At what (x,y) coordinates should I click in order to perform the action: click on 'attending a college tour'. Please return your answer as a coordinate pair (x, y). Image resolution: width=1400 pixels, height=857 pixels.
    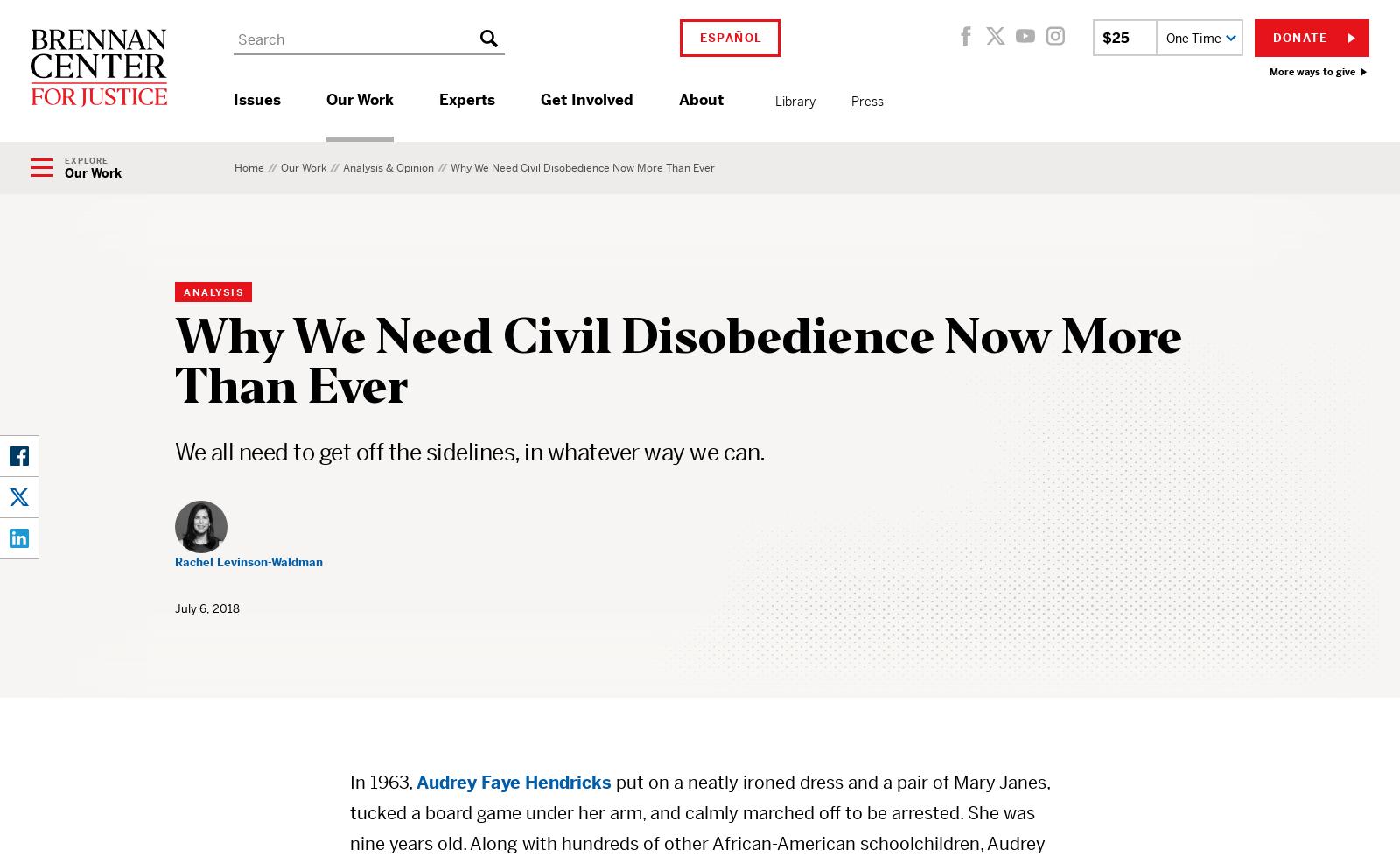
    Looking at the image, I should click on (710, 113).